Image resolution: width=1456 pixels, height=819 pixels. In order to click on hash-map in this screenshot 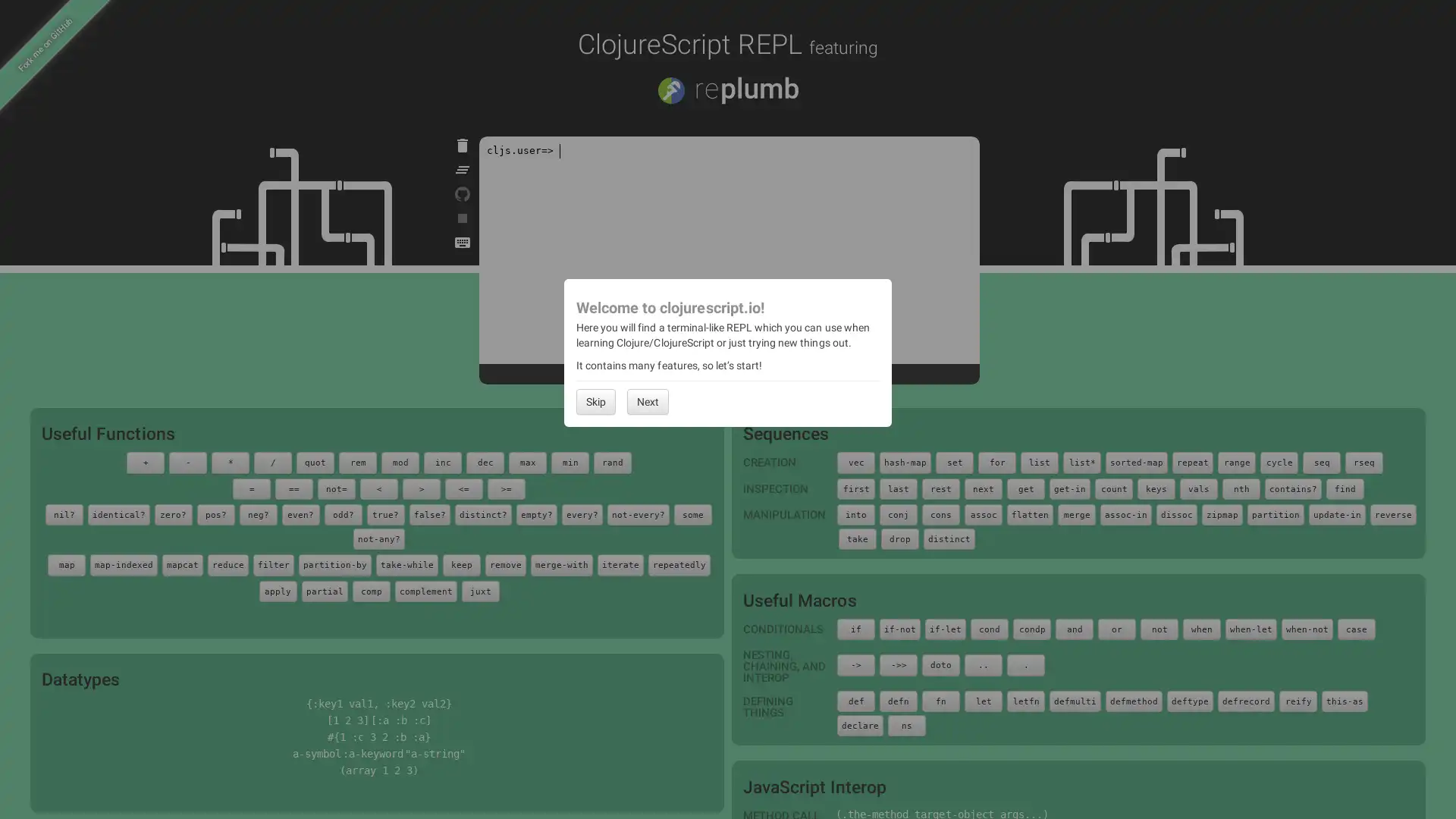, I will do `click(905, 461)`.